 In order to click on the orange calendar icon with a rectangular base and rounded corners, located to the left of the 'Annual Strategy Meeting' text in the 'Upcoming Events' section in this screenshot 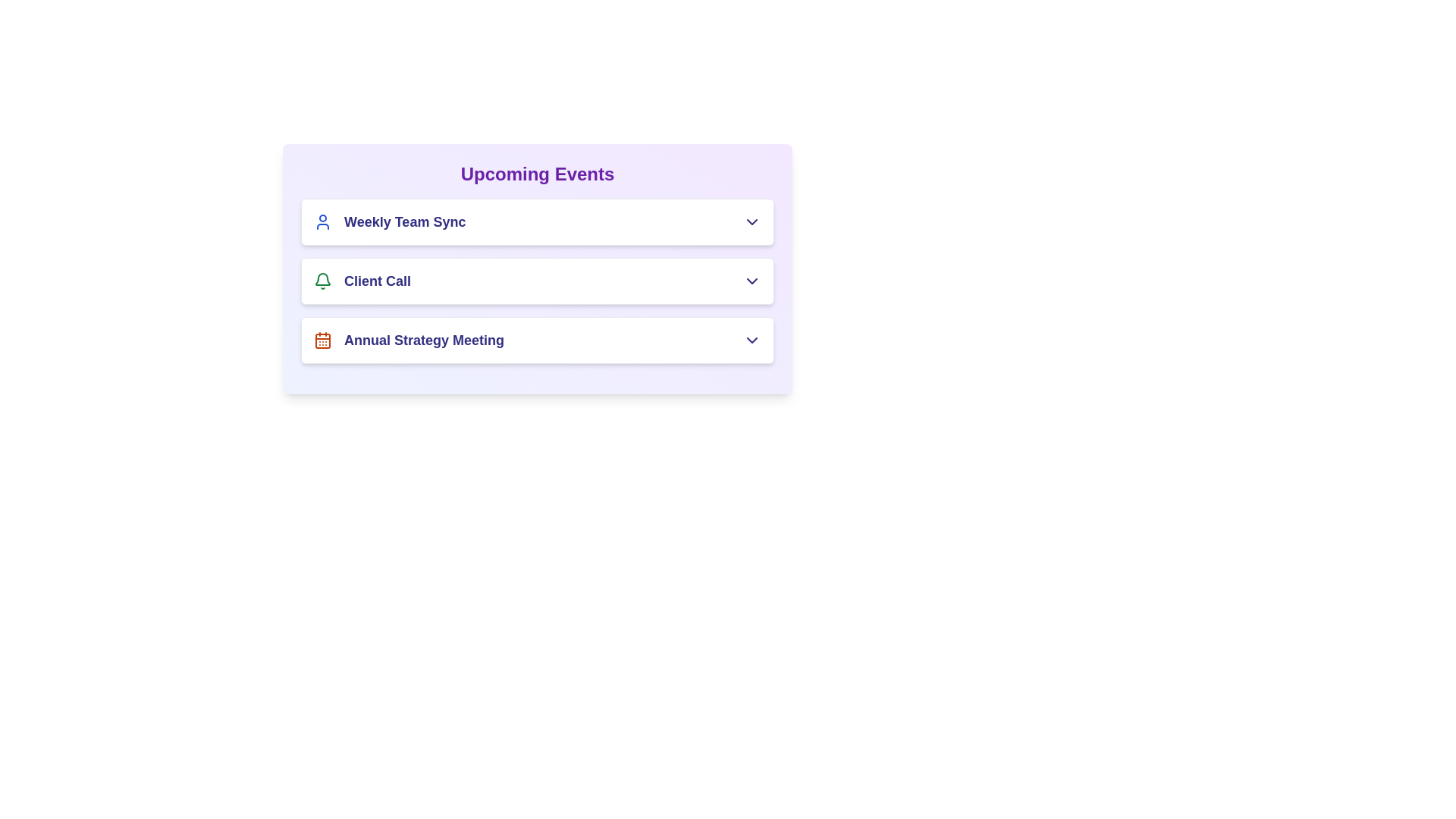, I will do `click(322, 339)`.